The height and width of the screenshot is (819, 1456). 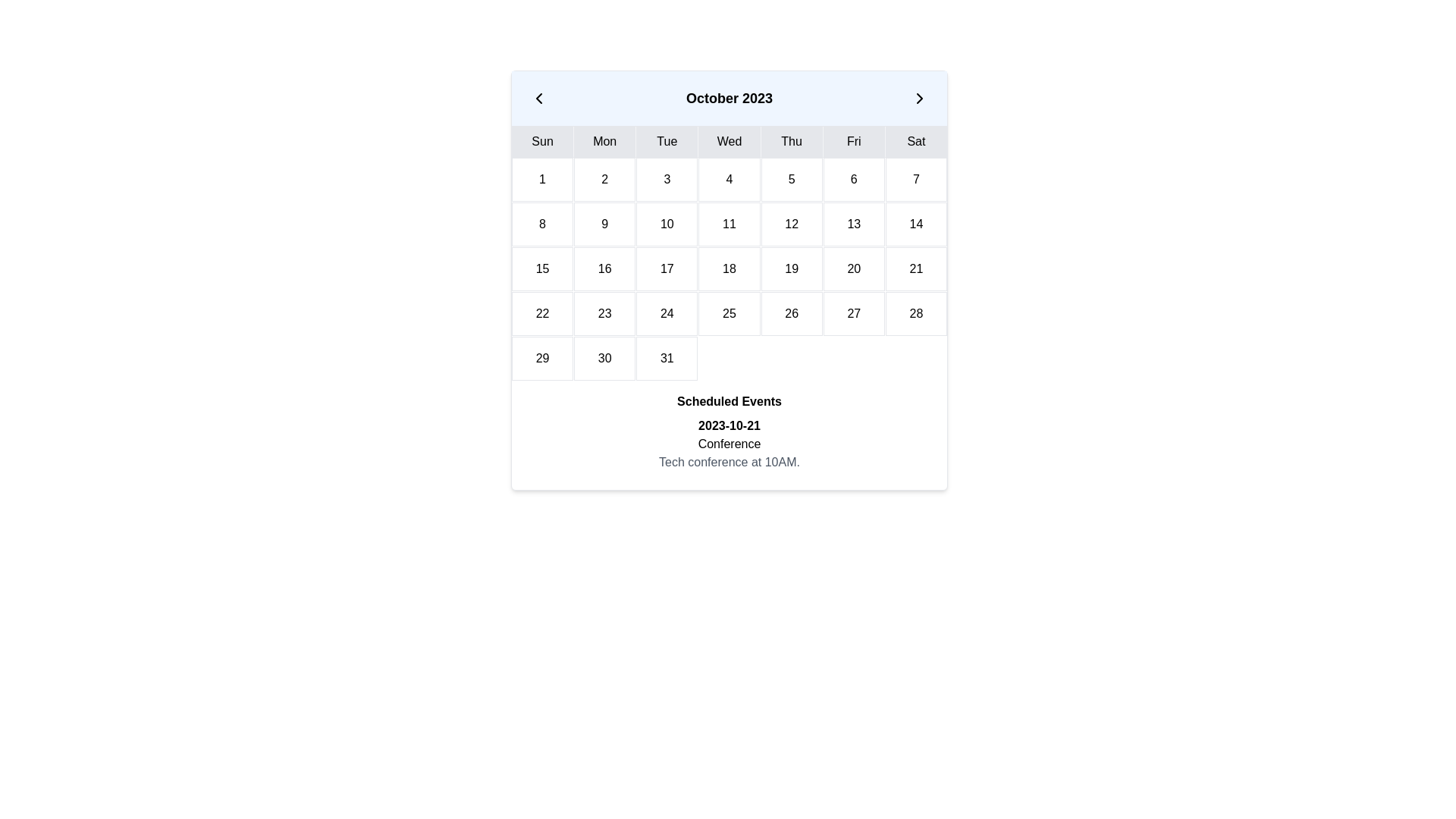 I want to click on the static text element representing the first day of the month in the top-left corner of the calendar grid, under the 'Sun' column, so click(x=542, y=178).